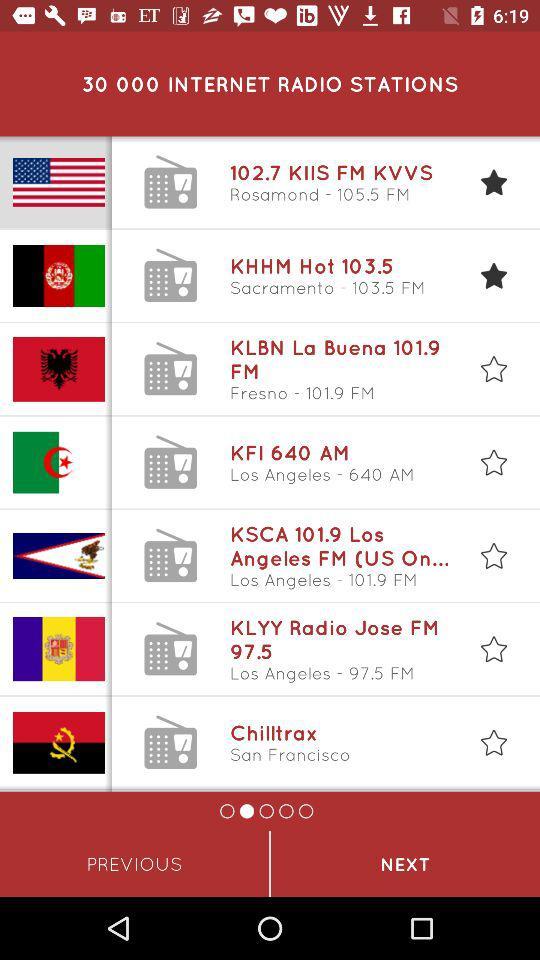  What do you see at coordinates (492, 742) in the screenshot?
I see `the last star` at bounding box center [492, 742].